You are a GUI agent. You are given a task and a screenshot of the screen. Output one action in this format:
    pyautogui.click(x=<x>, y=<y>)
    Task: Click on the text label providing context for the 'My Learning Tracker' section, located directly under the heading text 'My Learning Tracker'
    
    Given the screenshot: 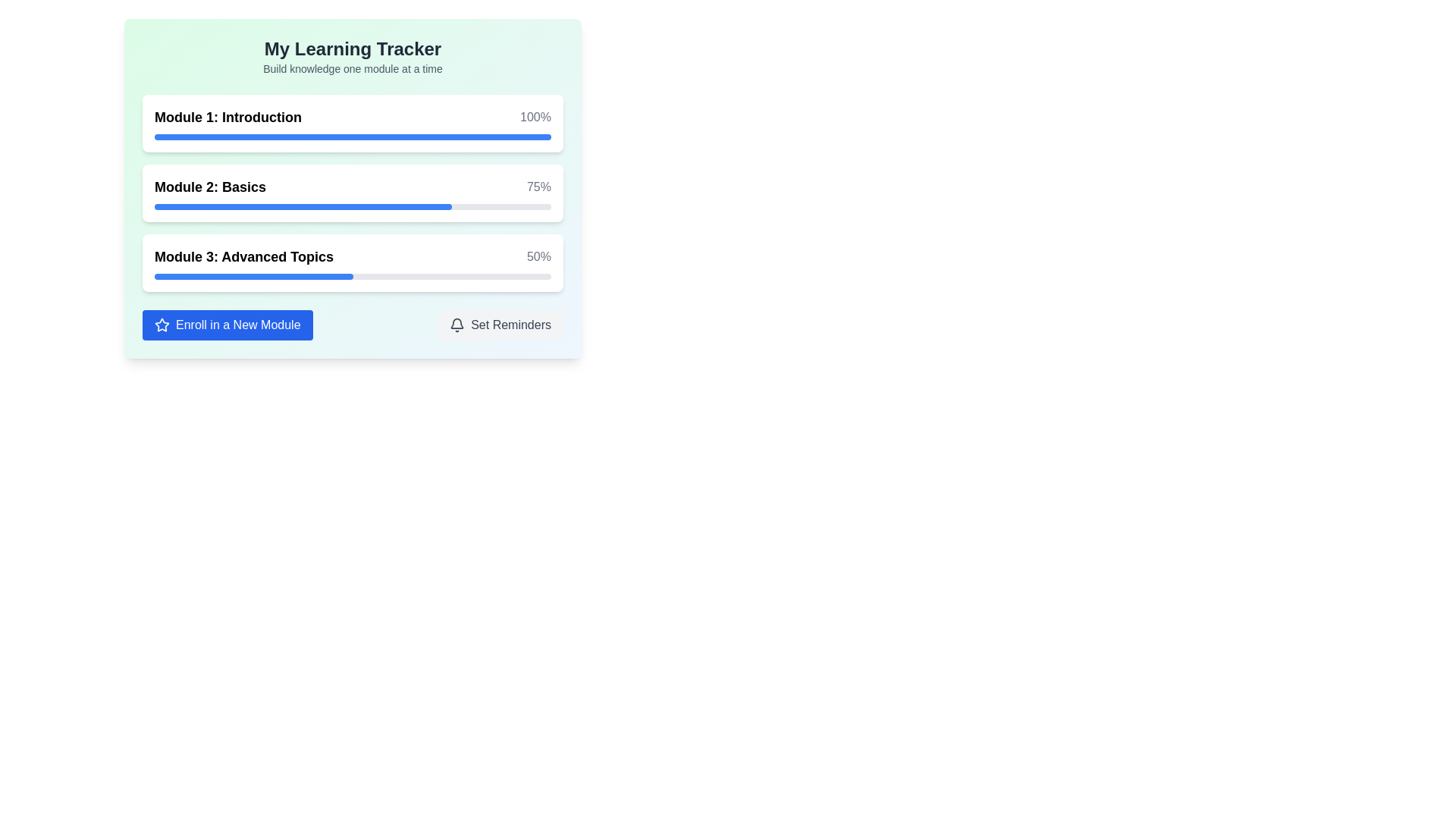 What is the action you would take?
    pyautogui.click(x=352, y=69)
    